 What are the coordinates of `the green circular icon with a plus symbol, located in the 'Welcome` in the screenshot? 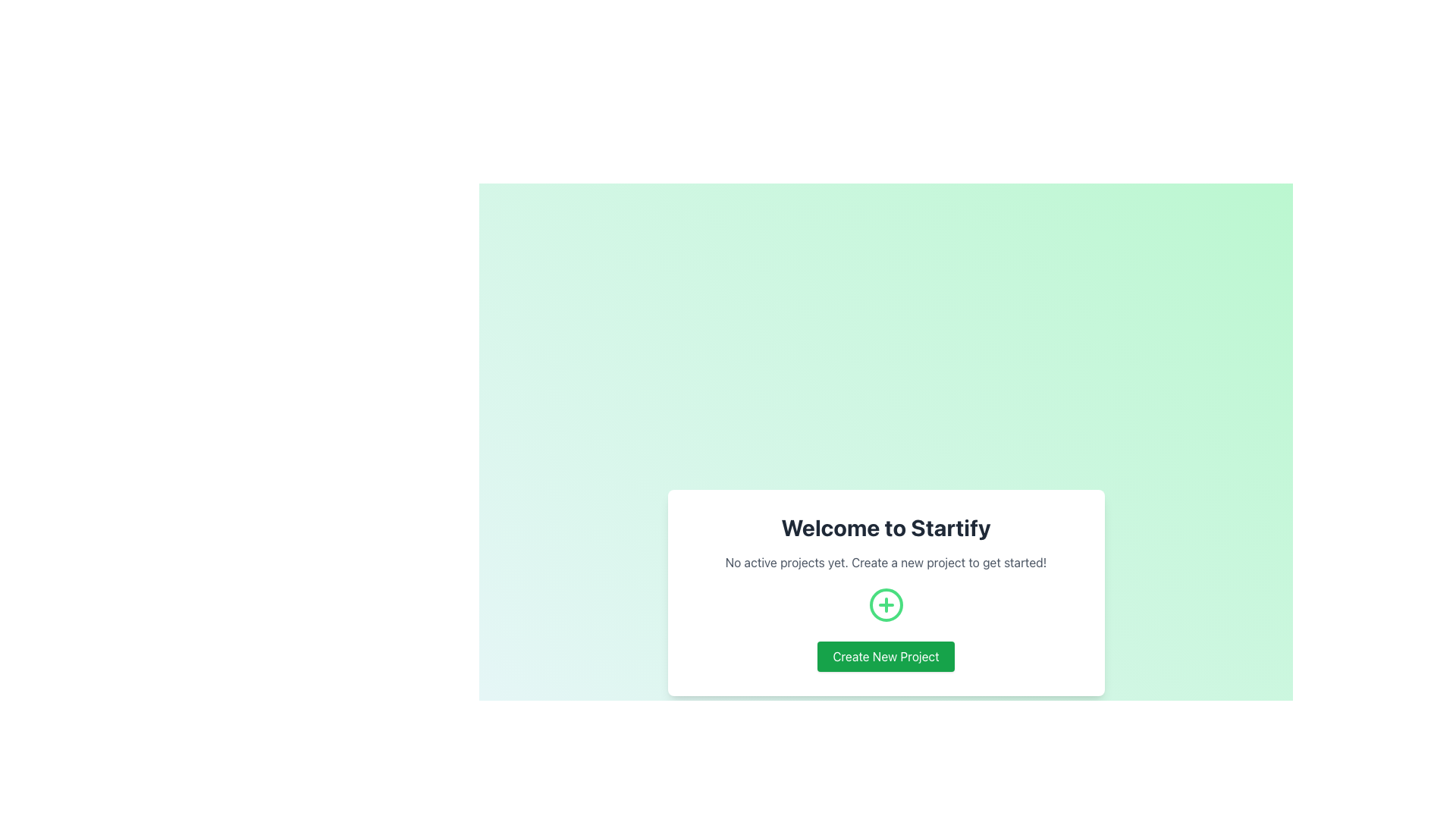 It's located at (886, 604).